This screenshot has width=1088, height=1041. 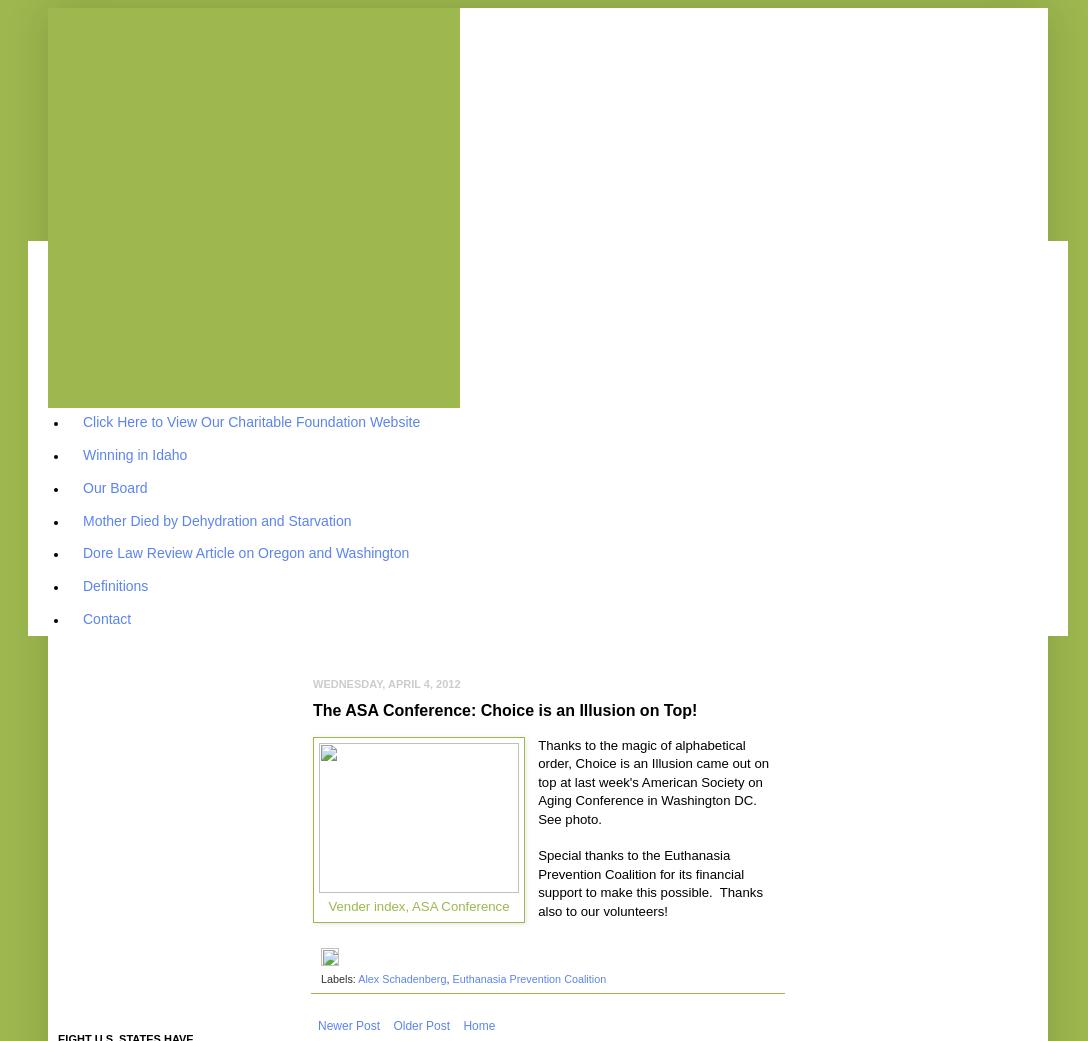 I want to click on 'Our Board', so click(x=115, y=485).